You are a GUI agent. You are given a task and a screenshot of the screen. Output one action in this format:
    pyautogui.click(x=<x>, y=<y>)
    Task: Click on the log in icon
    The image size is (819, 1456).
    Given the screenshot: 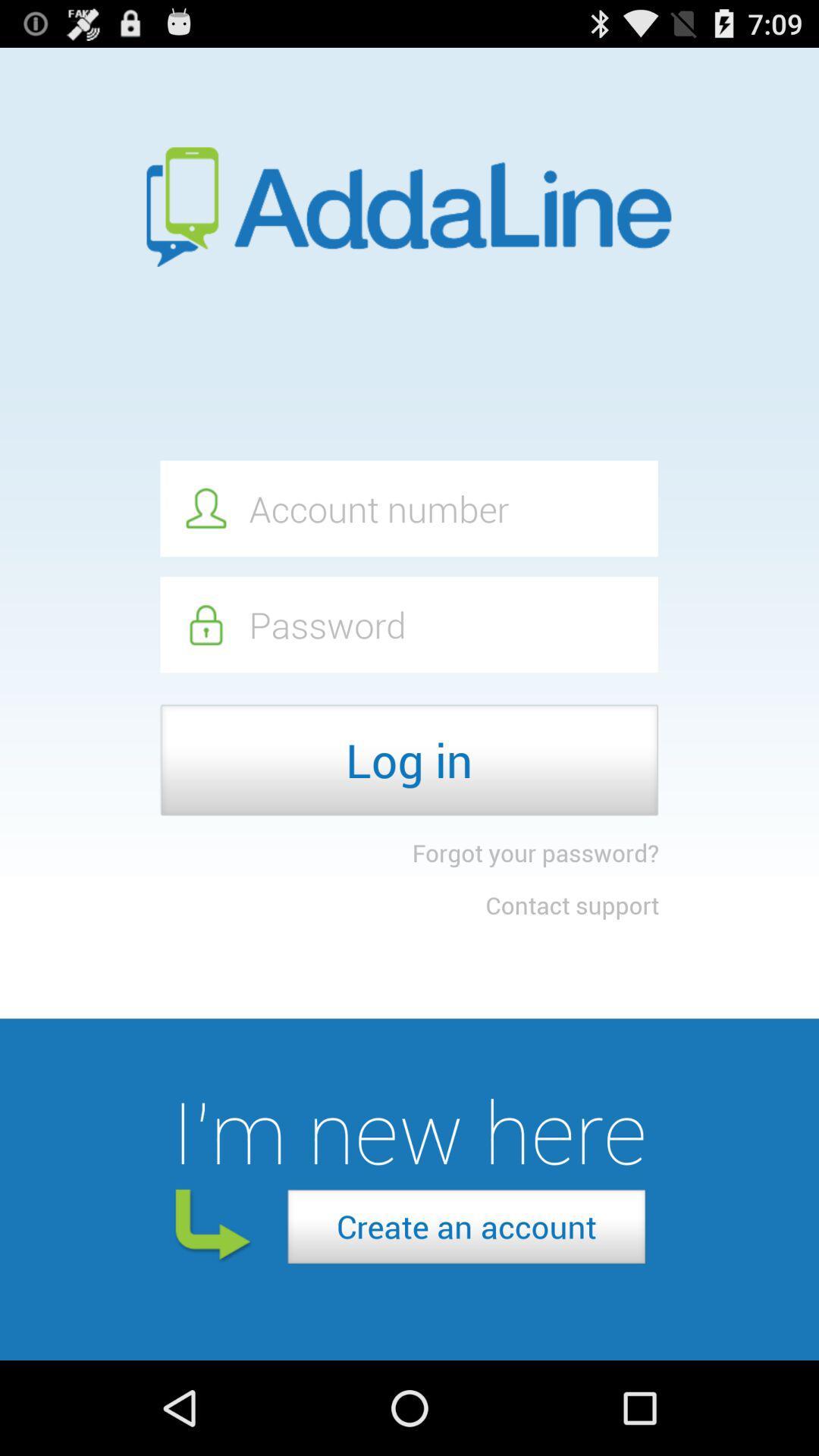 What is the action you would take?
    pyautogui.click(x=408, y=760)
    